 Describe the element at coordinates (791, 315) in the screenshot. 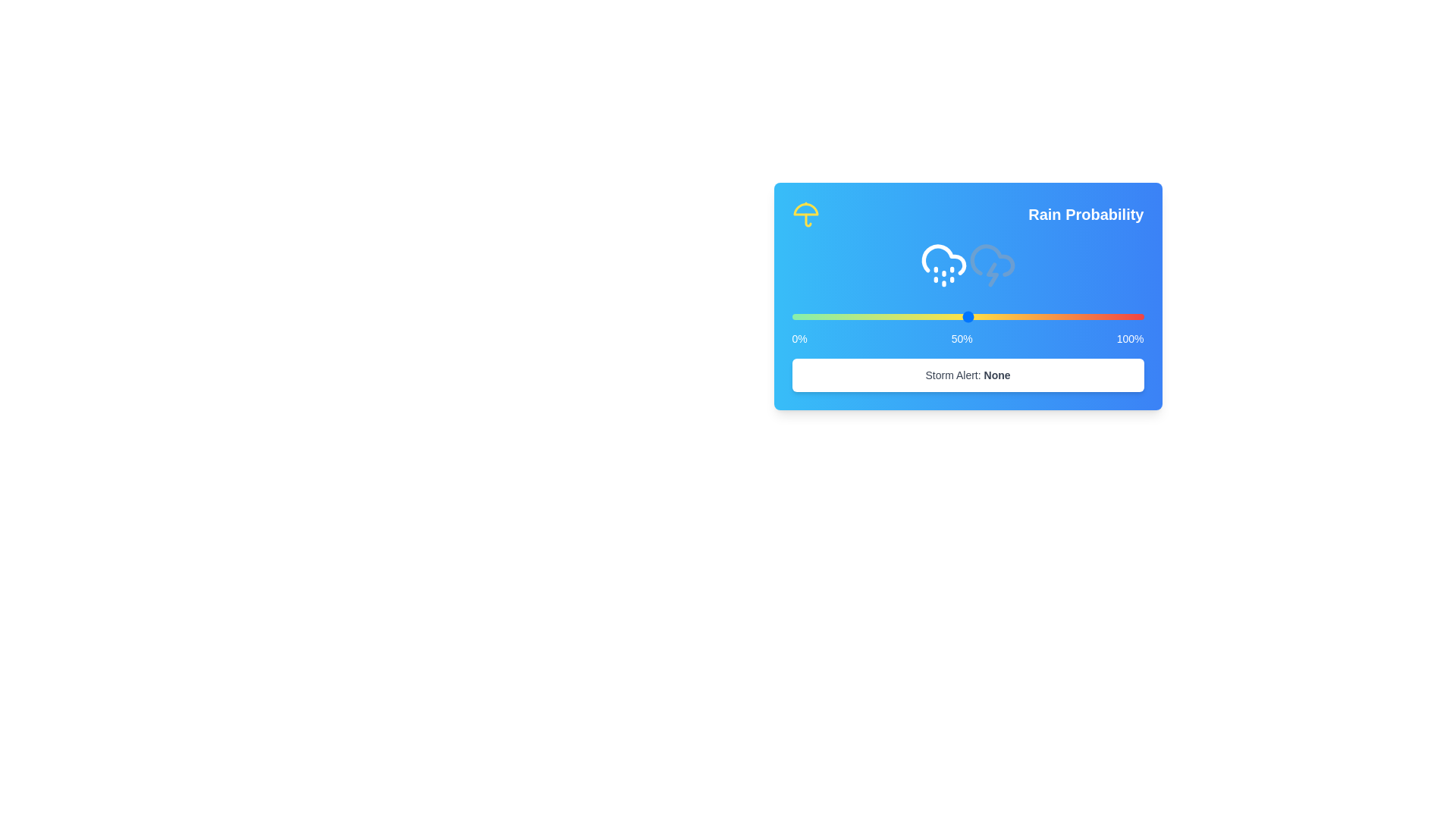

I see `the slider to set the rain probability to 23%` at that location.